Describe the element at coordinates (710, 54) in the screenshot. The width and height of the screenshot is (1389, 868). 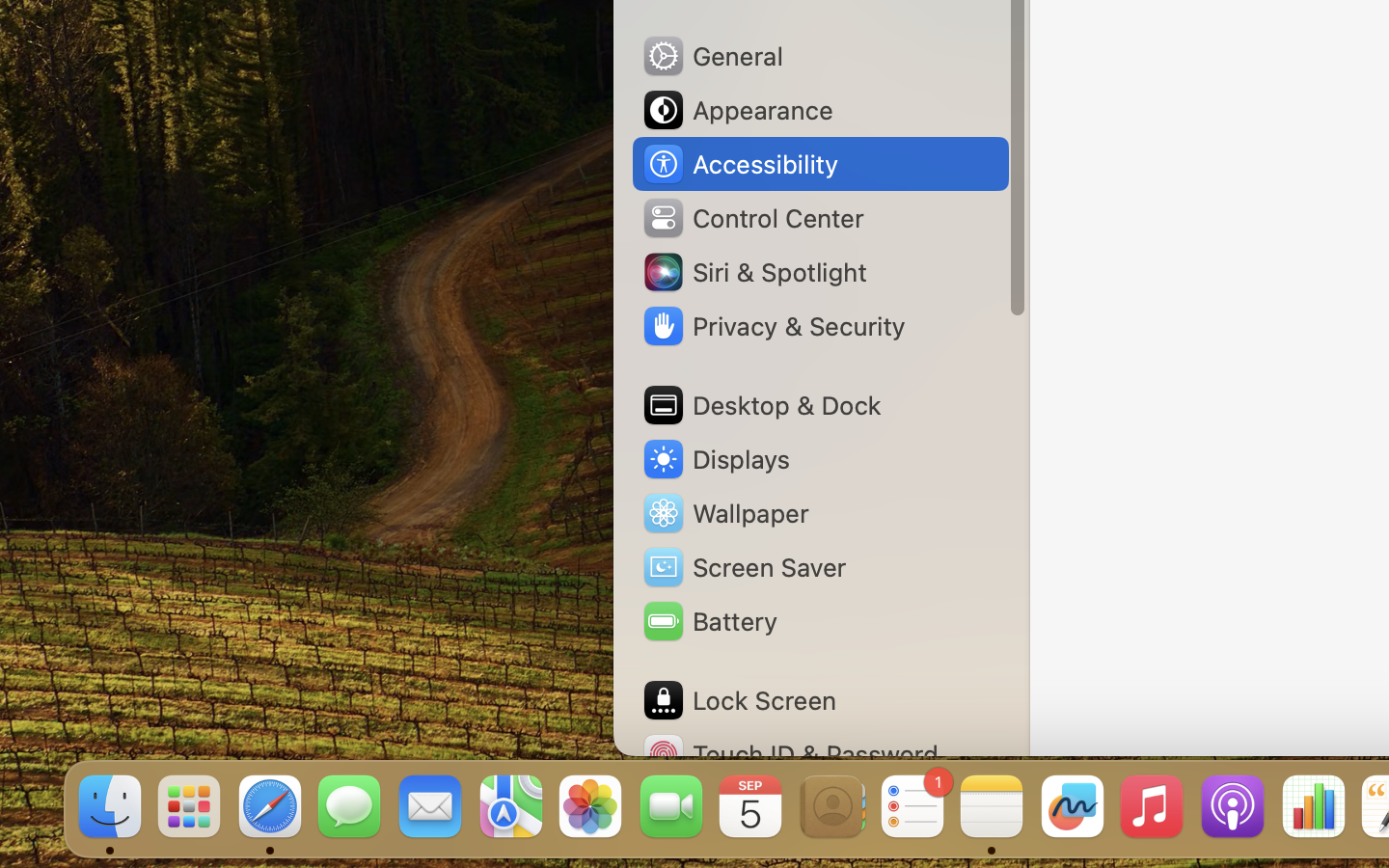
I see `'General'` at that location.